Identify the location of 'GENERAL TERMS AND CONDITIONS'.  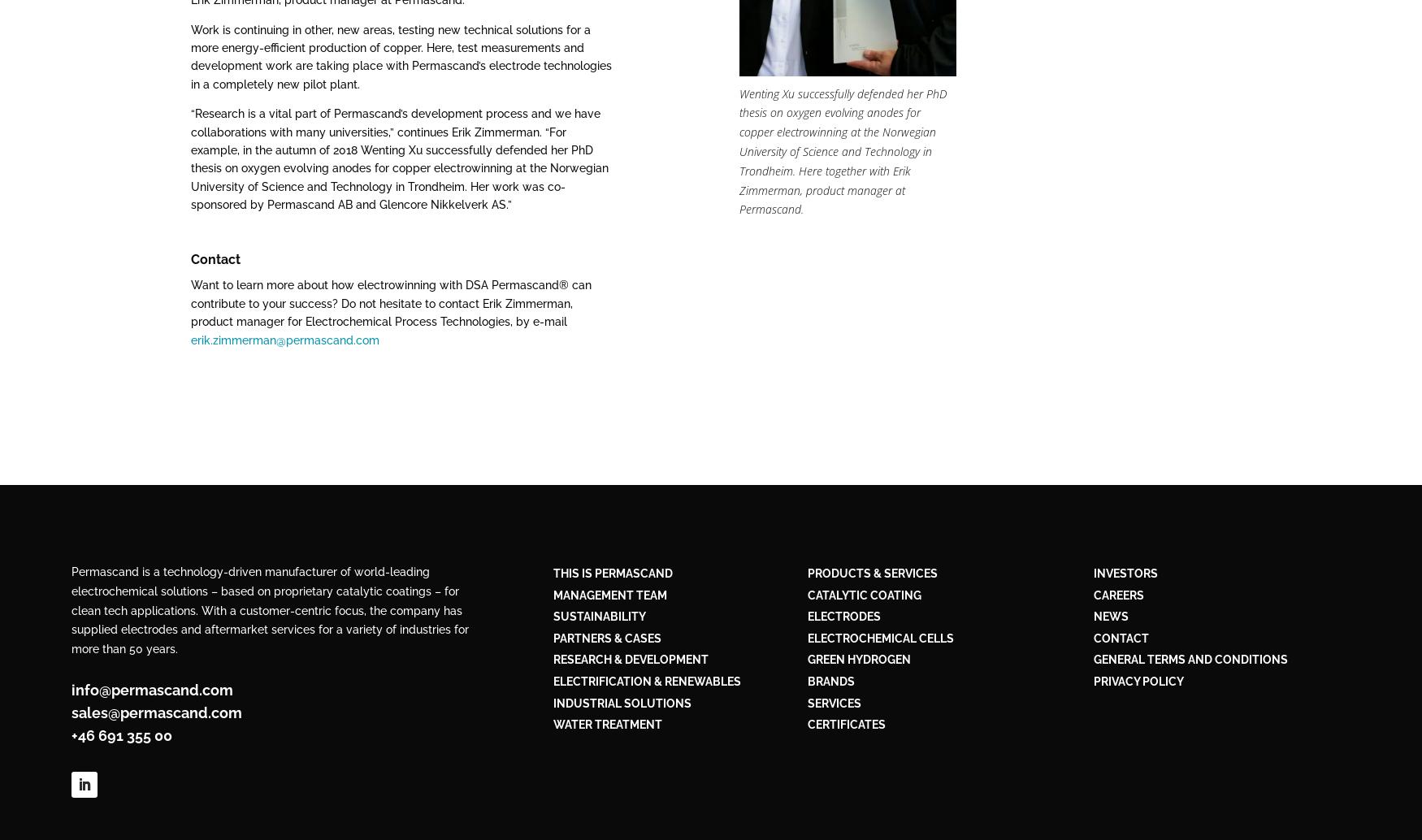
(1190, 659).